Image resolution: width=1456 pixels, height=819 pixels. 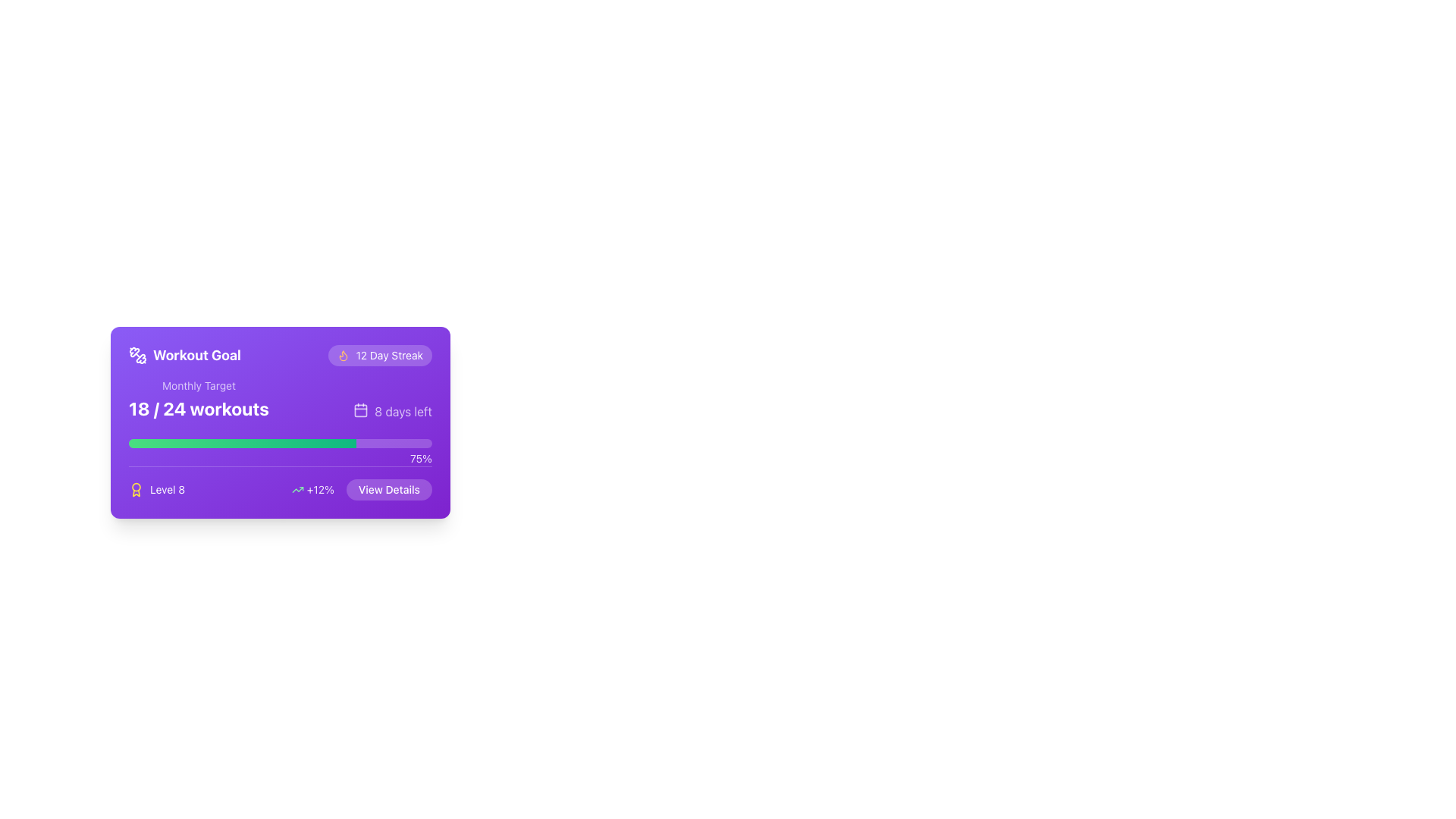 What do you see at coordinates (380, 356) in the screenshot?
I see `the Informational Badge displaying the user's workout streak in the top-right corner of the 'Workout Goal' section if it is interactive` at bounding box center [380, 356].